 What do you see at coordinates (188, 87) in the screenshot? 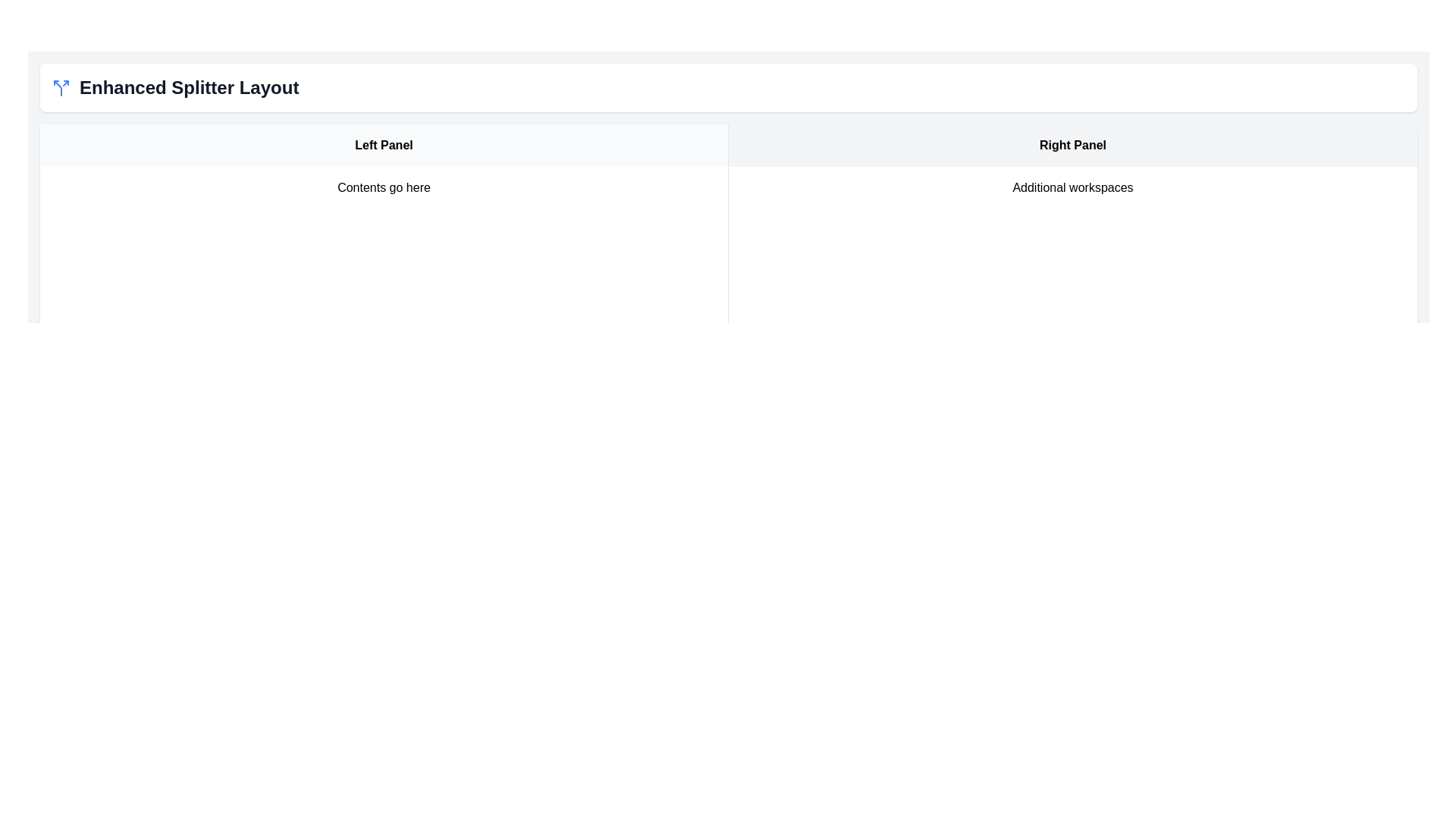
I see `the text label that serves as a title for the section labeled 'Enhanced Splitter Layout', which is positioned immediately to the right of a blue icon resembling a split arrow` at bounding box center [188, 87].